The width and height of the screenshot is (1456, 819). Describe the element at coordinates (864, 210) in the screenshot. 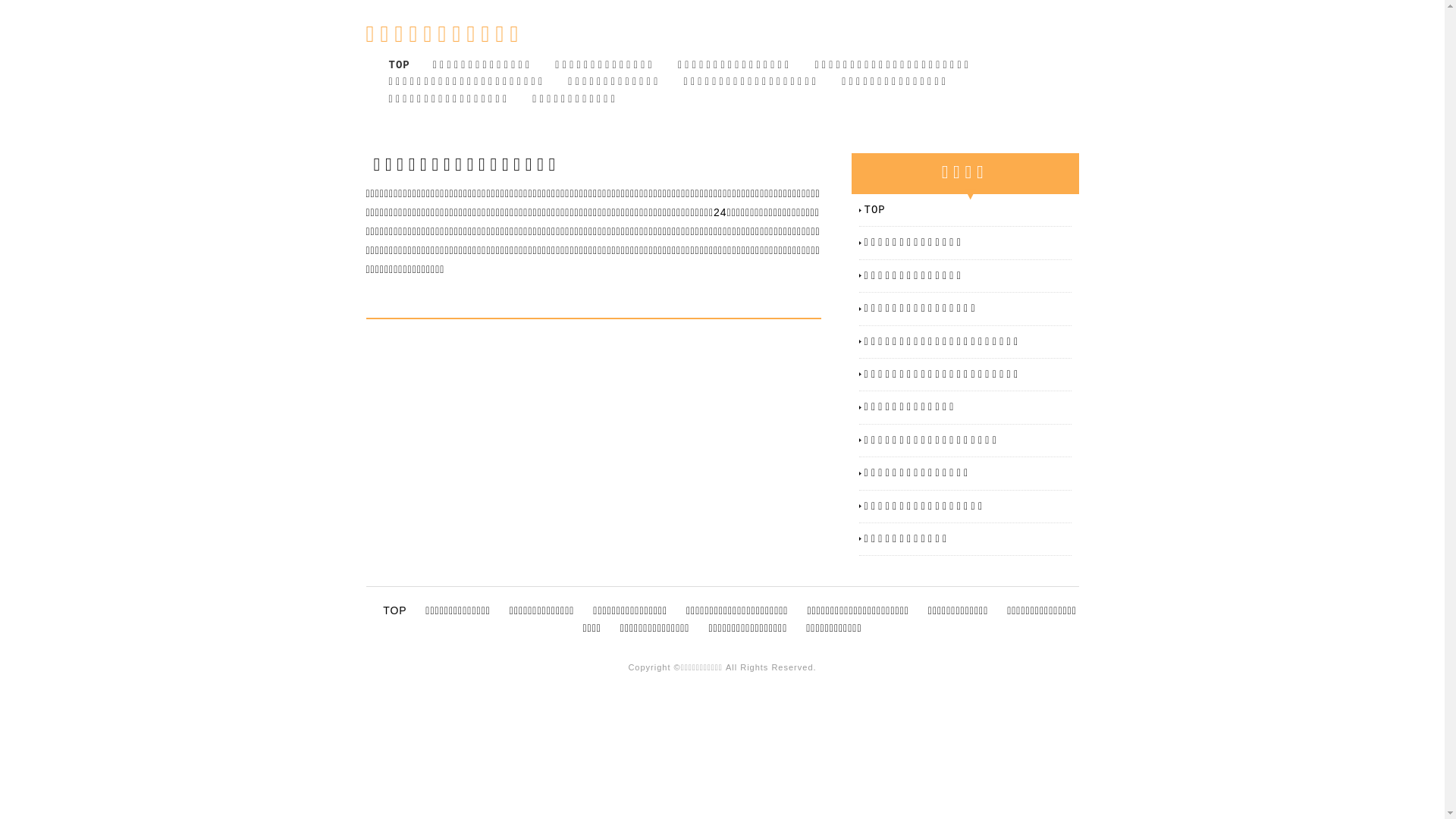

I see `'TOP'` at that location.